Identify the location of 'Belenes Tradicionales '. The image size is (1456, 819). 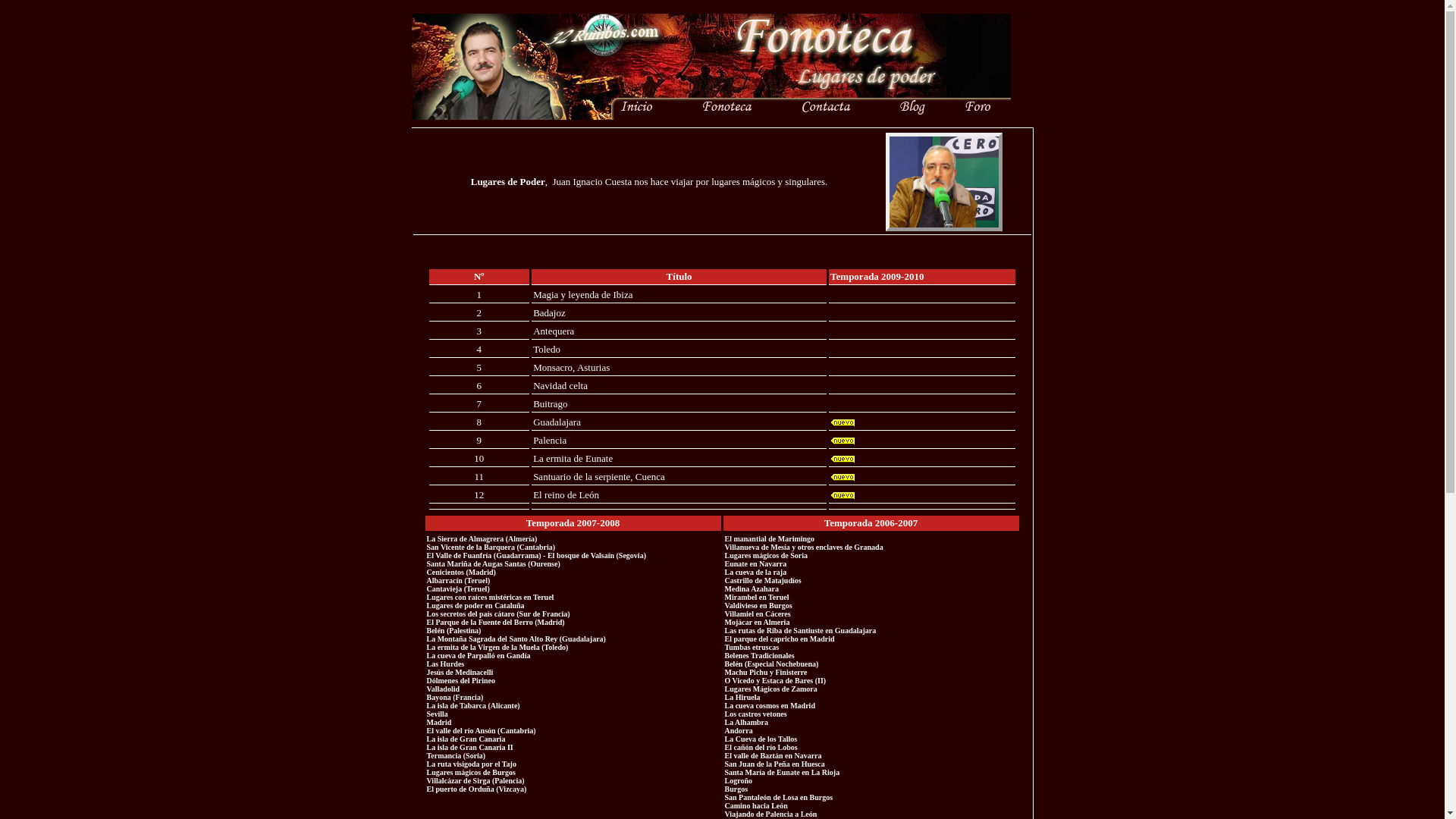
(723, 654).